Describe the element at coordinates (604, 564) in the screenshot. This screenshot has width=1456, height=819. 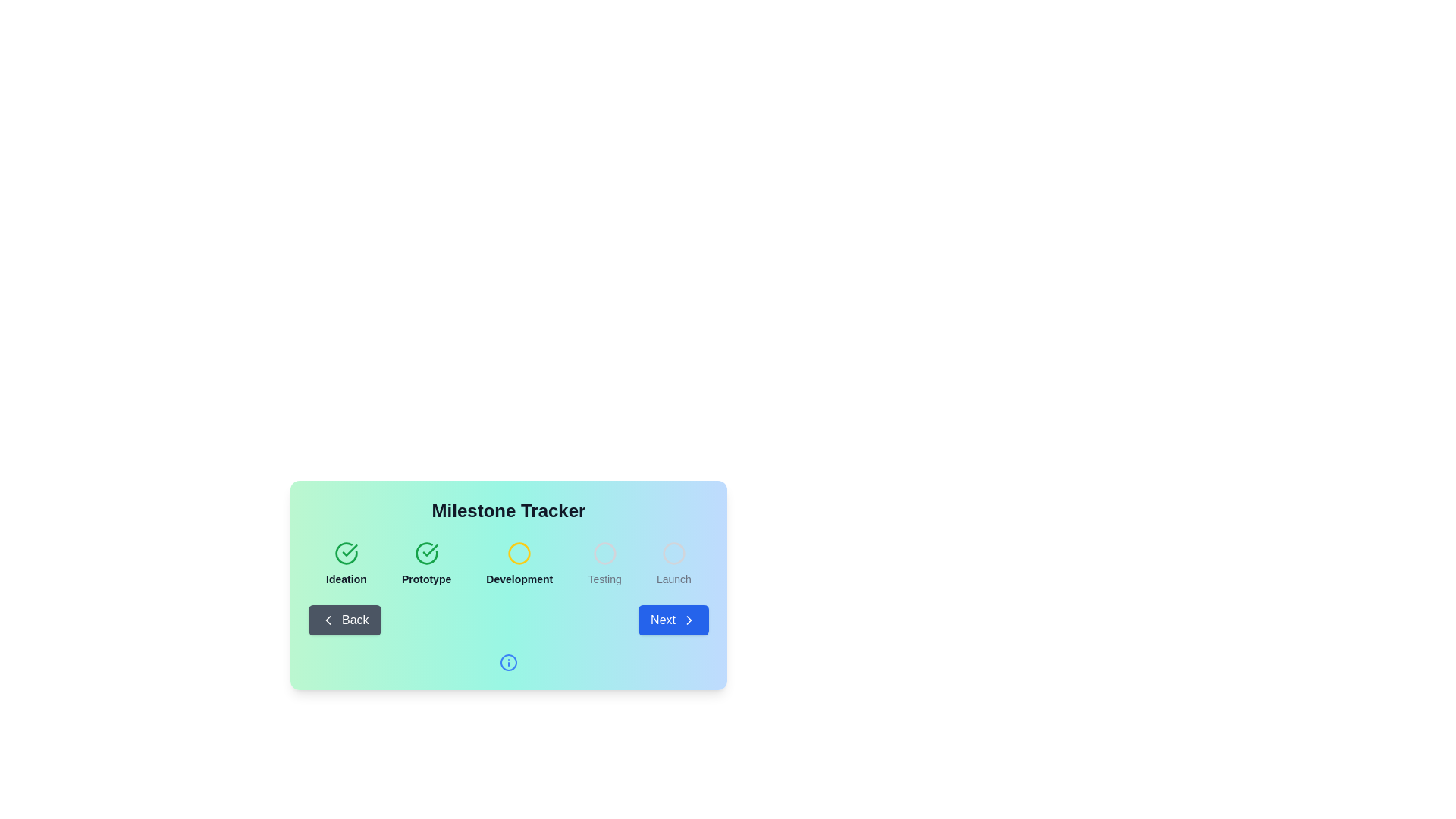
I see `the status of the fourth milestone indicator labeled 'Testing', which is a circular icon with a light gray outline positioned above the text 'Testing'` at that location.